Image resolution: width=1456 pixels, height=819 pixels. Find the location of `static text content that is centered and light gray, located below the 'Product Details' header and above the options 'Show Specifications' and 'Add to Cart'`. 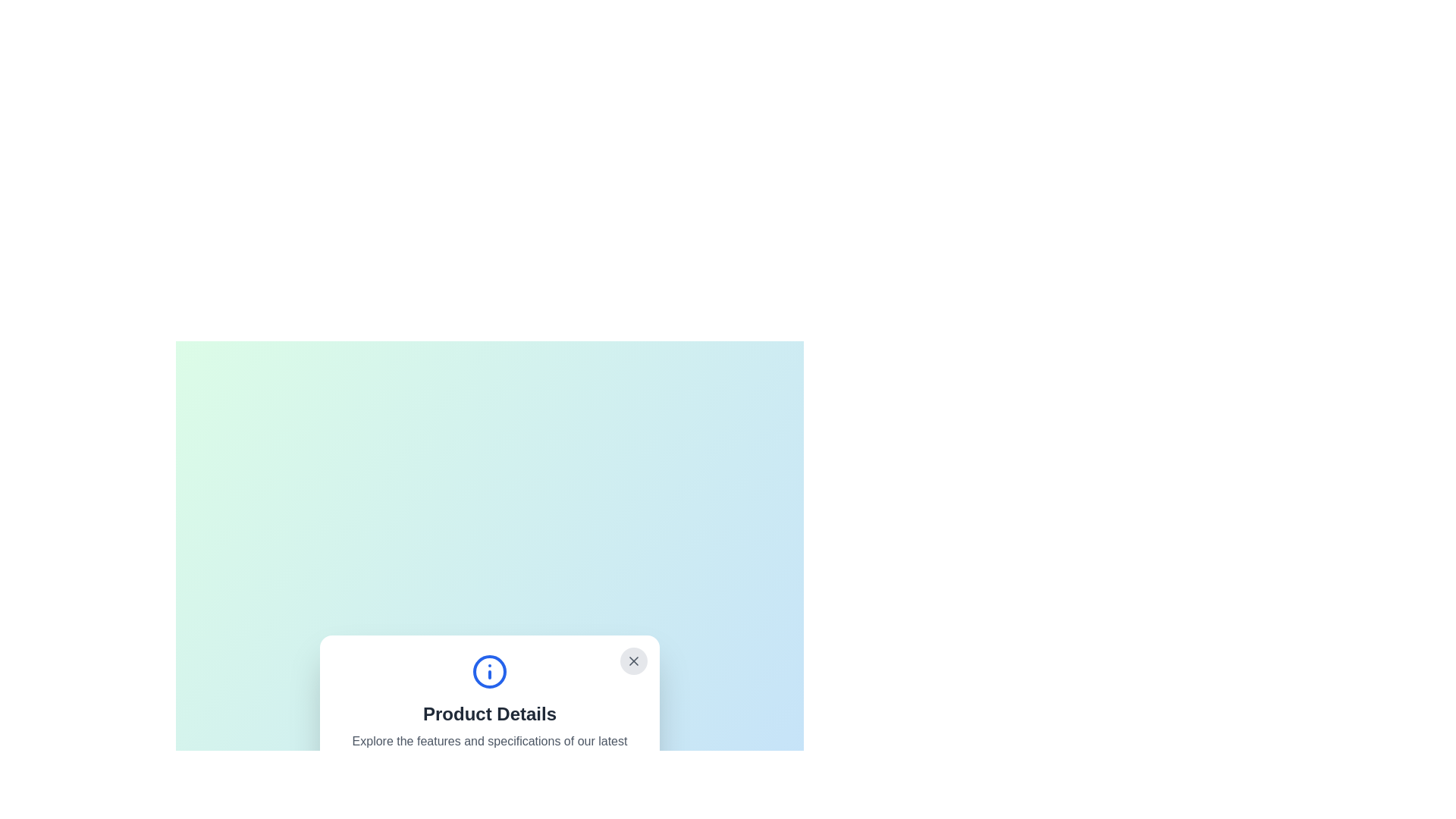

static text content that is centered and light gray, located below the 'Product Details' header and above the options 'Show Specifications' and 'Add to Cart' is located at coordinates (490, 751).